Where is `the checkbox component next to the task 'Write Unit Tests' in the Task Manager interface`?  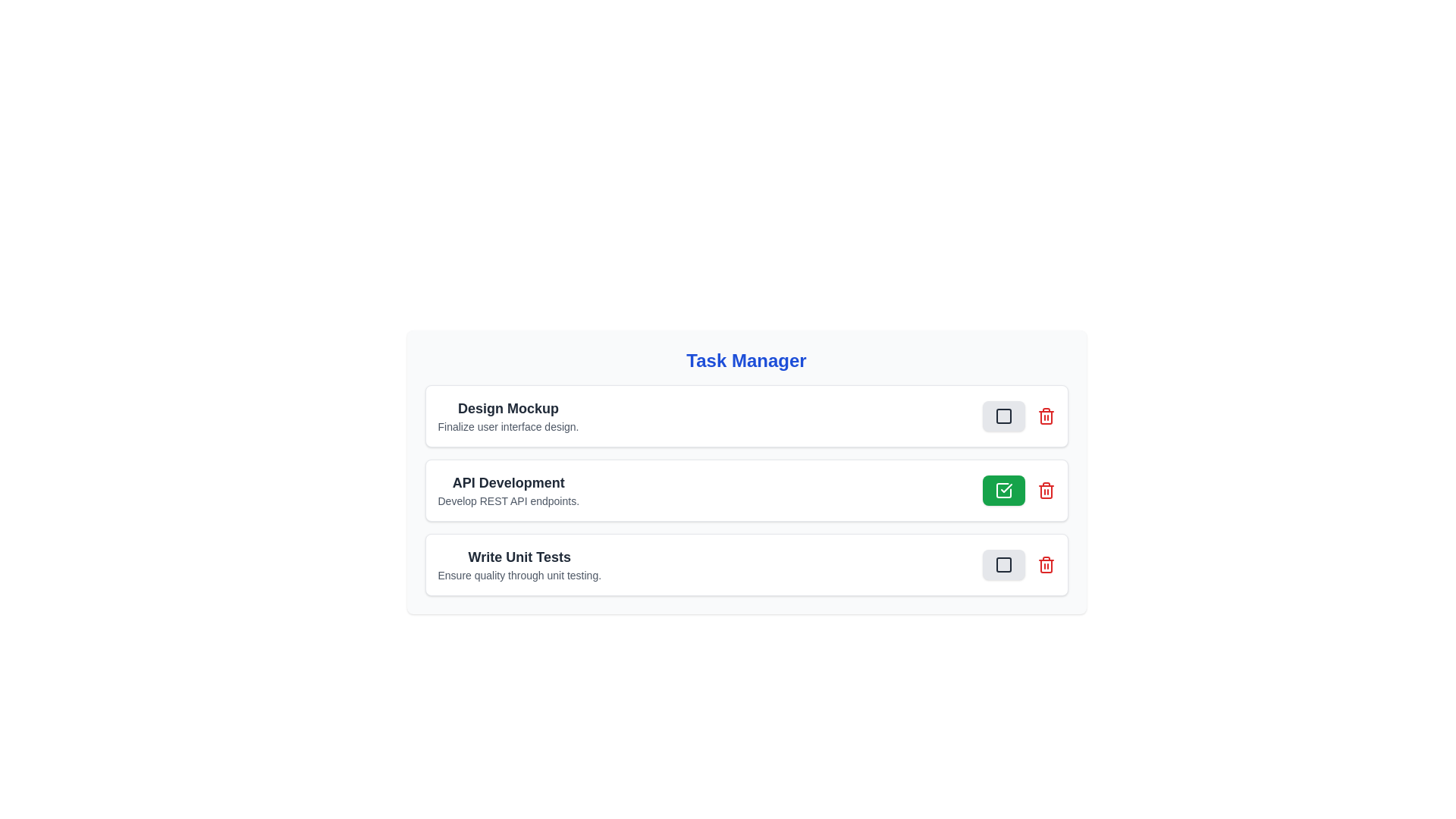 the checkbox component next to the task 'Write Unit Tests' in the Task Manager interface is located at coordinates (1003, 416).